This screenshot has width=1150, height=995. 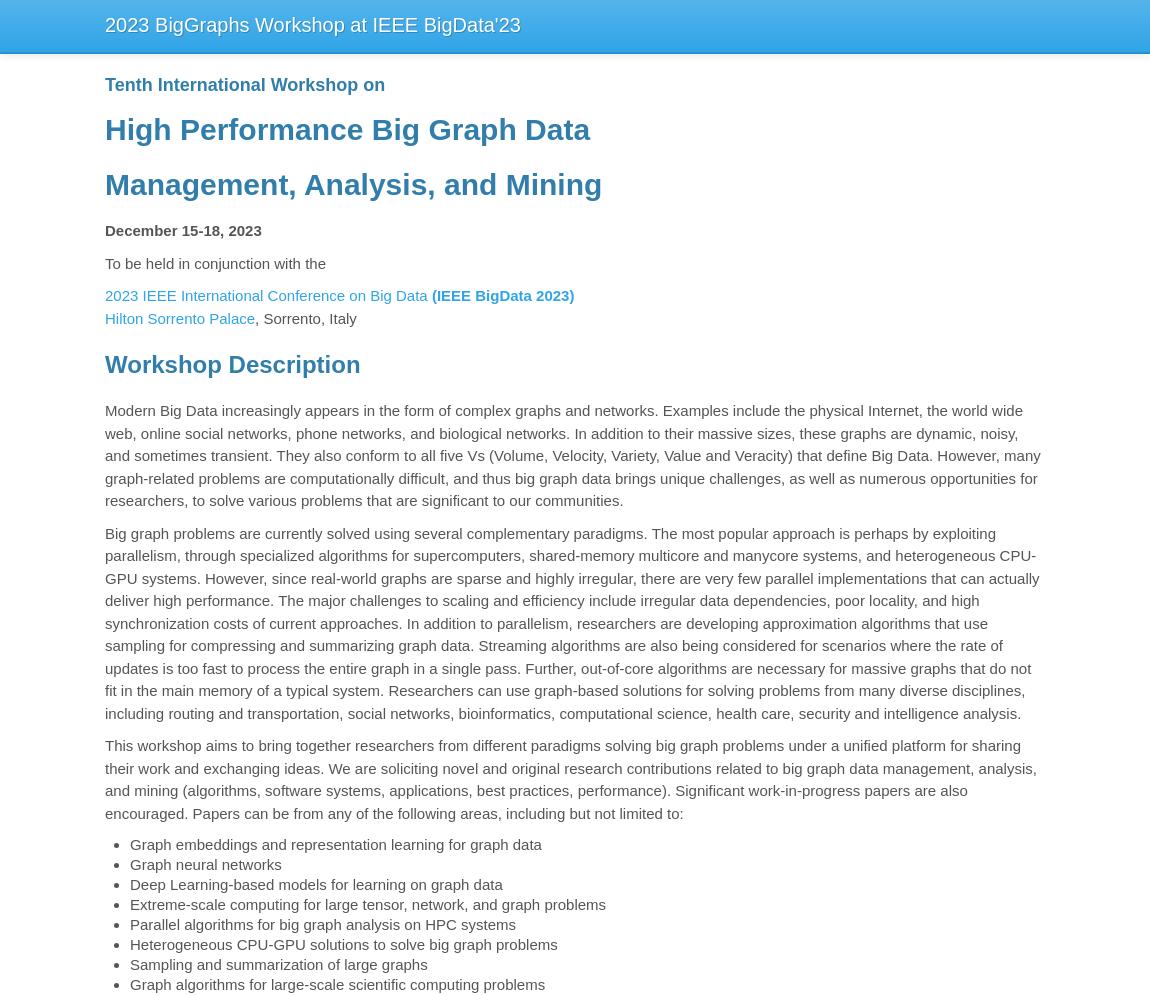 I want to click on 'Heterogeneous CPU-GPU solutions to solve big graph problems', so click(x=343, y=944).